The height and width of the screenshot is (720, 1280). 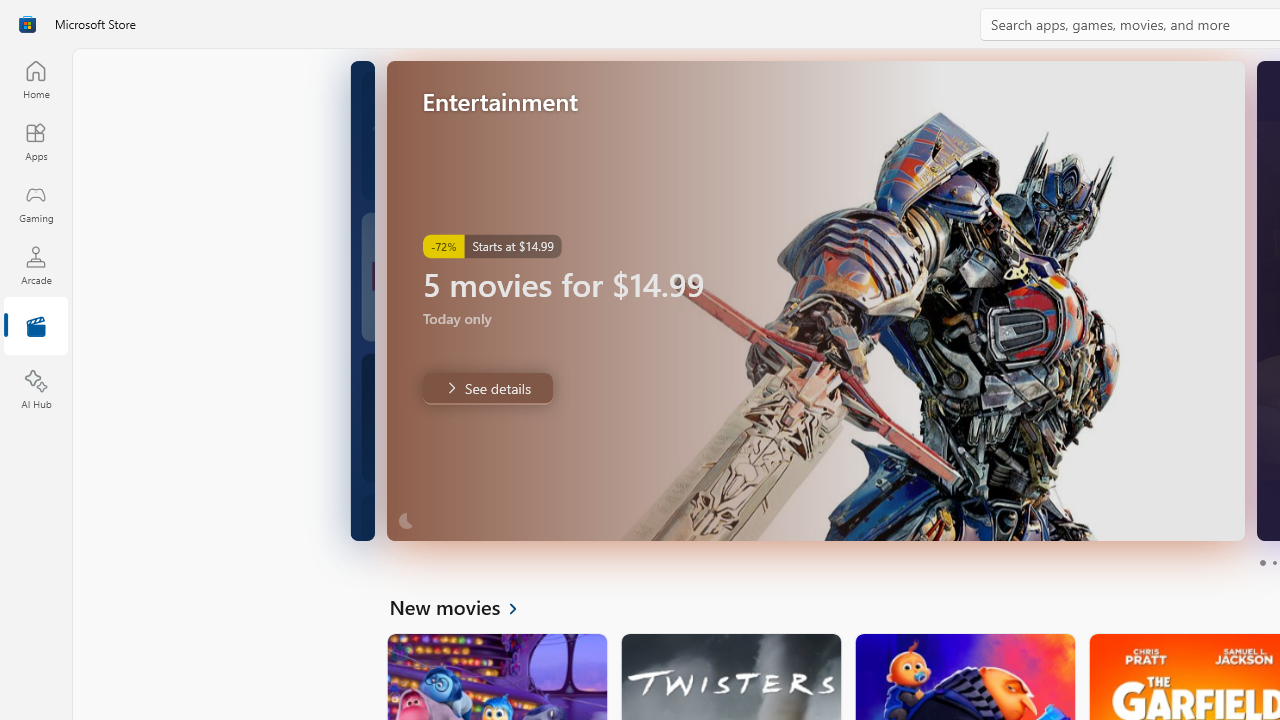 What do you see at coordinates (35, 390) in the screenshot?
I see `'AI Hub'` at bounding box center [35, 390].